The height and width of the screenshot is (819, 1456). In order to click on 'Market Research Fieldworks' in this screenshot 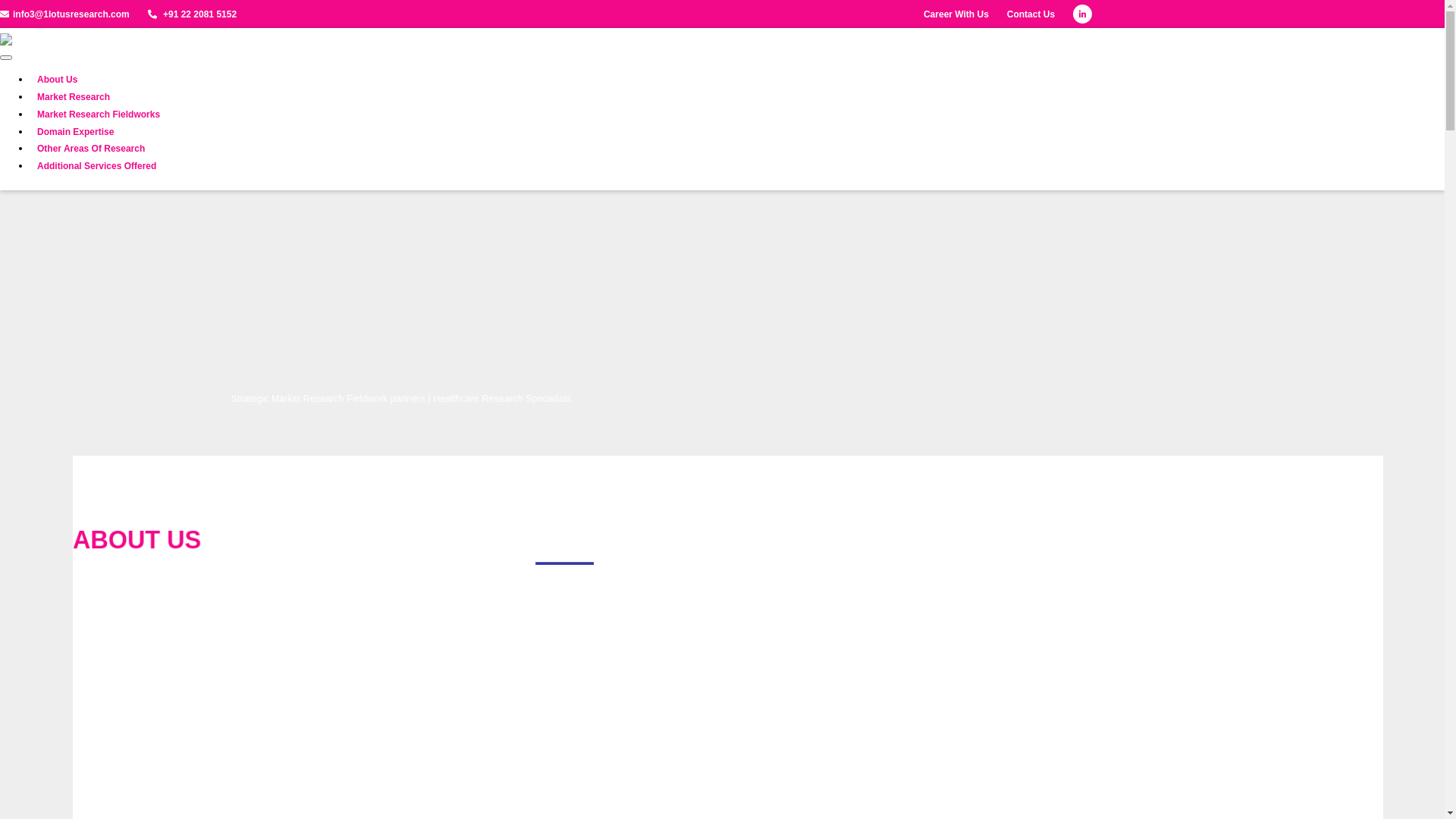, I will do `click(36, 114)`.